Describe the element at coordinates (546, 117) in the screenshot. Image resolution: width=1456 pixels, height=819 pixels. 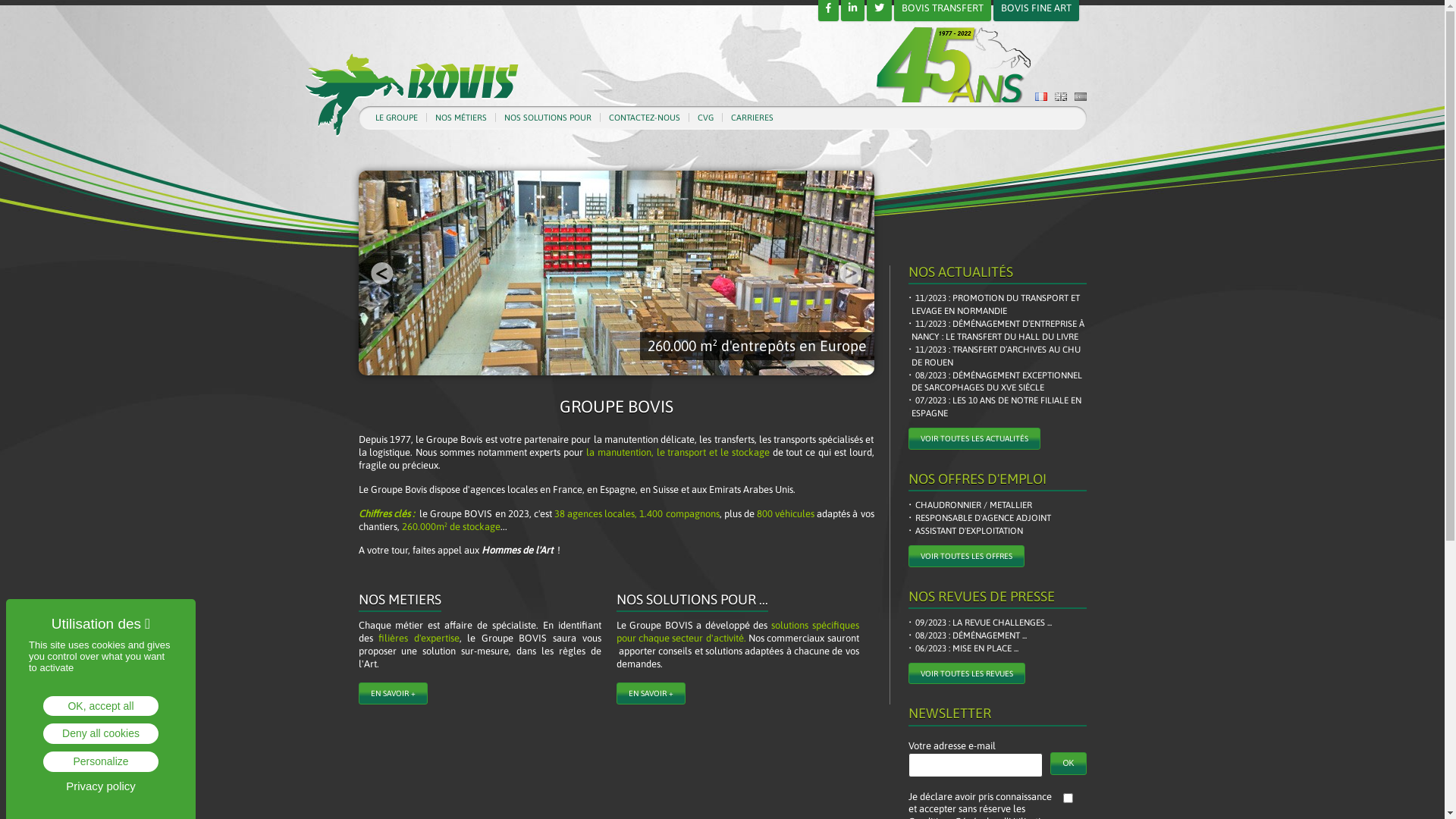
I see `'NOS SOLUTIONS POUR'` at that location.